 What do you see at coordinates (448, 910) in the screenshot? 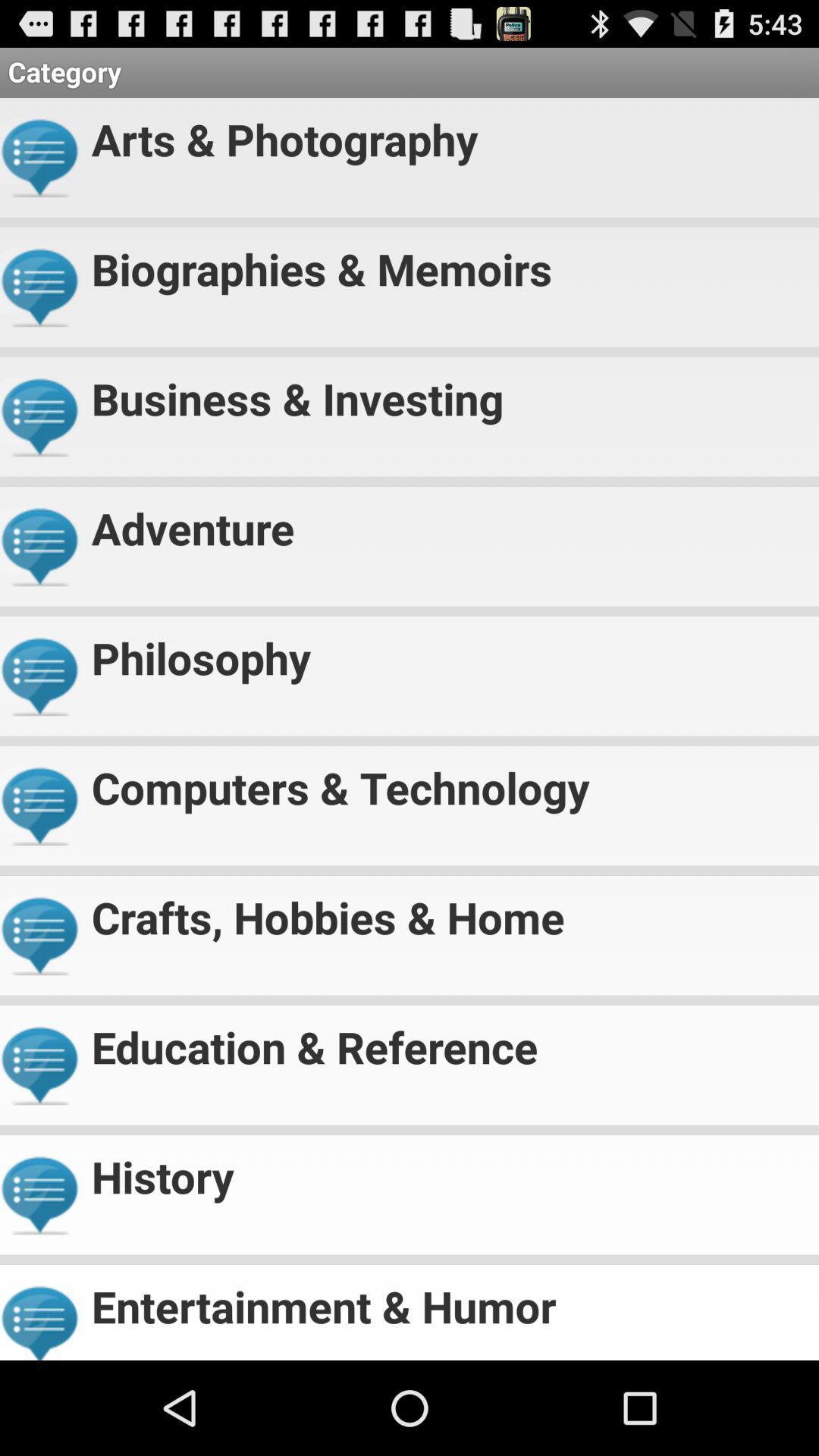
I see `the crafts, hobbies & home app` at bounding box center [448, 910].